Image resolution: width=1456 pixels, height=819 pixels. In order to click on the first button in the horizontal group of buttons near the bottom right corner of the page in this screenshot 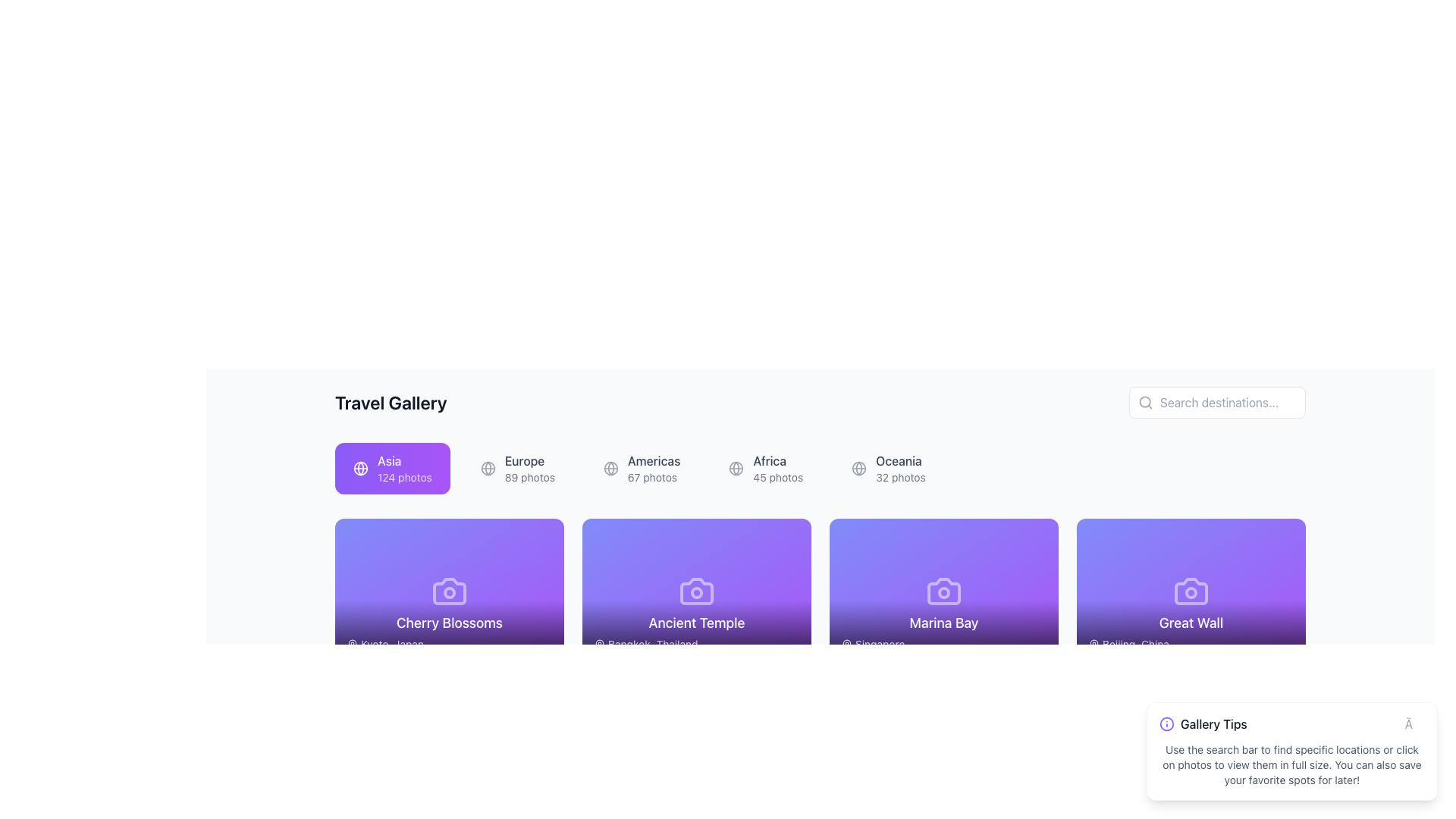, I will do `click(968, 708)`.